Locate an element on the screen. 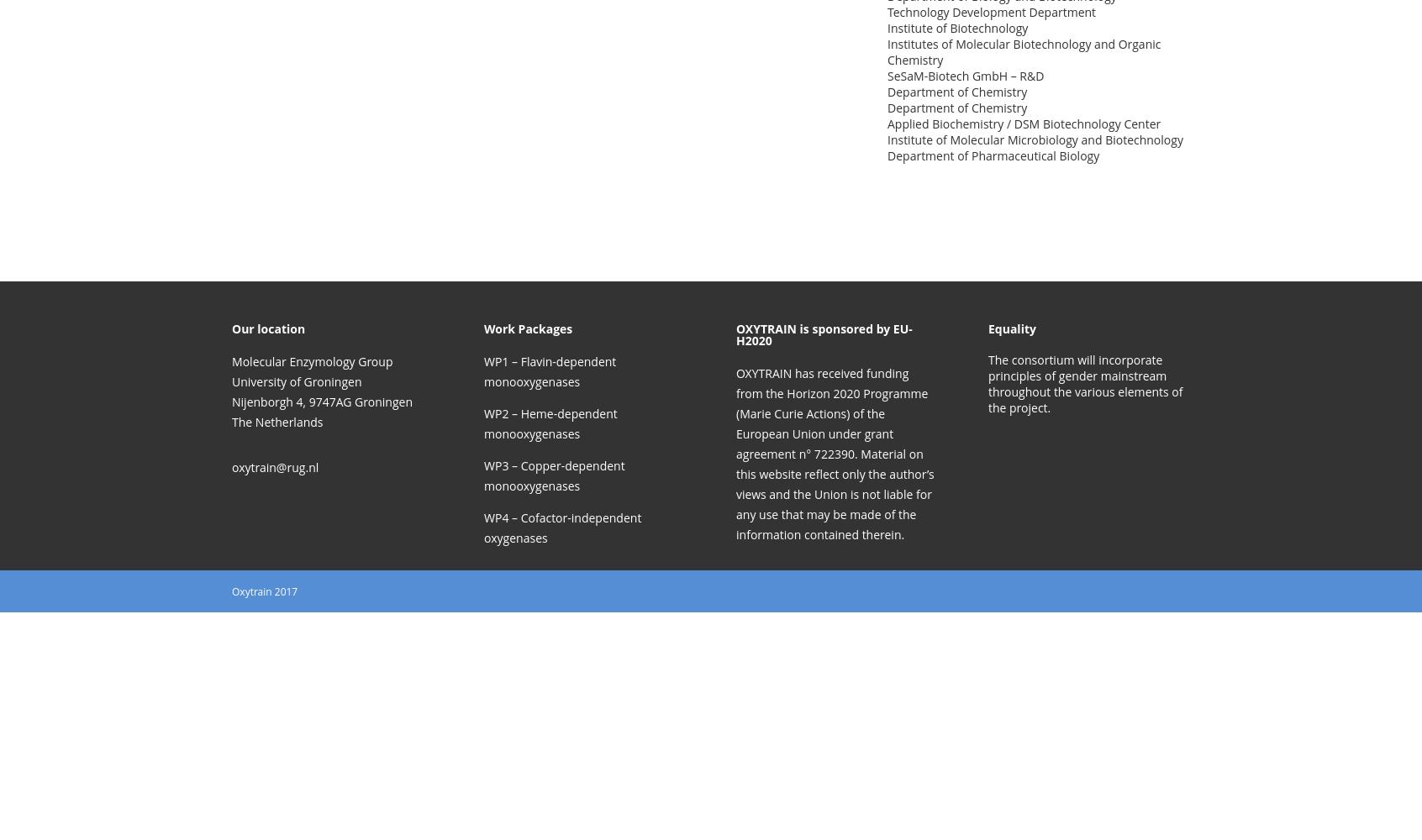 The image size is (1422, 840). 'WP2 – Heme-dependent monooxygenases' is located at coordinates (550, 423).